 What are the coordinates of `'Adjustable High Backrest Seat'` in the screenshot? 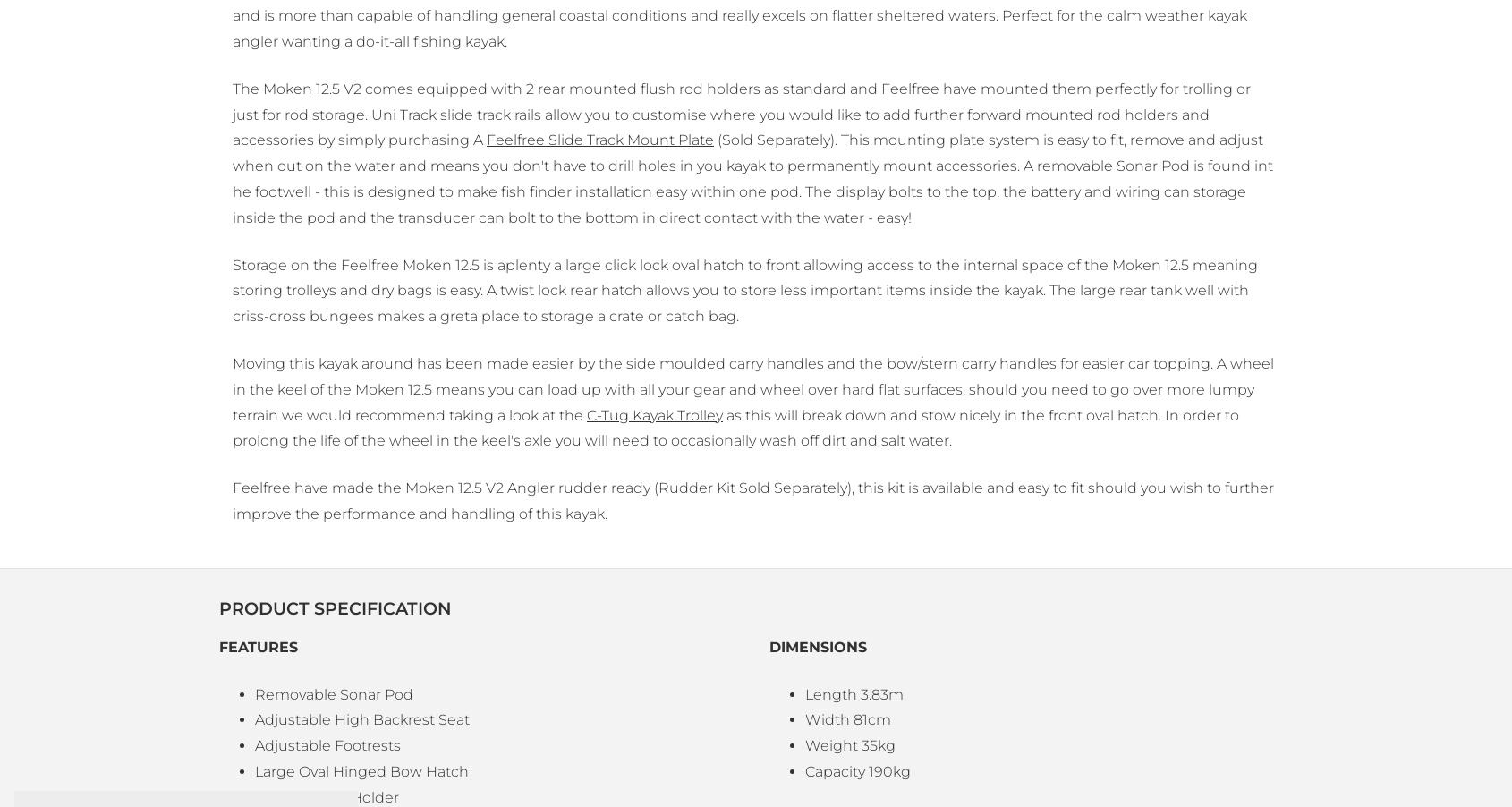 It's located at (361, 718).